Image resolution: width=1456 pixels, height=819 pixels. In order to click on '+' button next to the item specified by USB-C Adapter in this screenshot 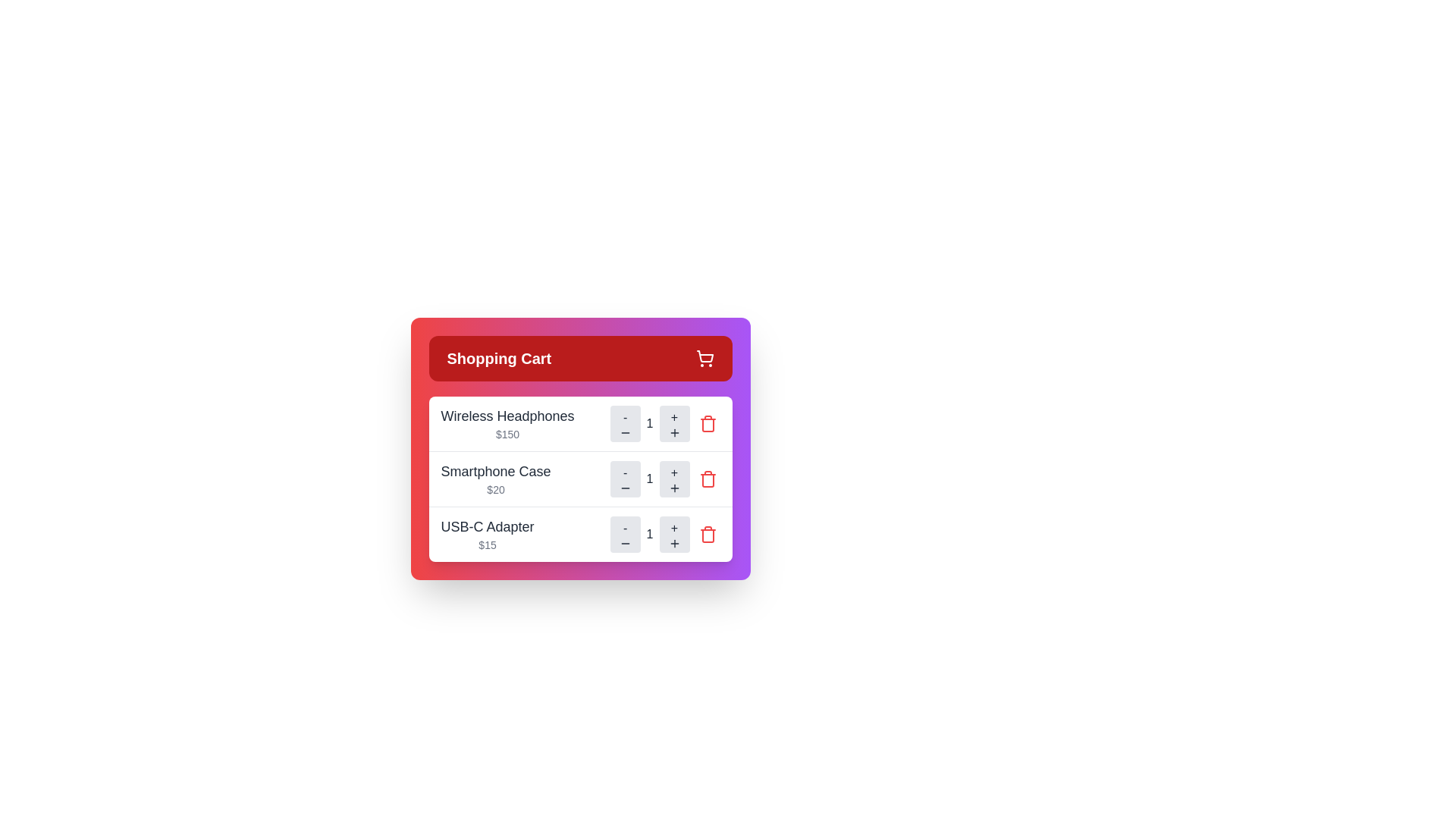, I will do `click(673, 534)`.